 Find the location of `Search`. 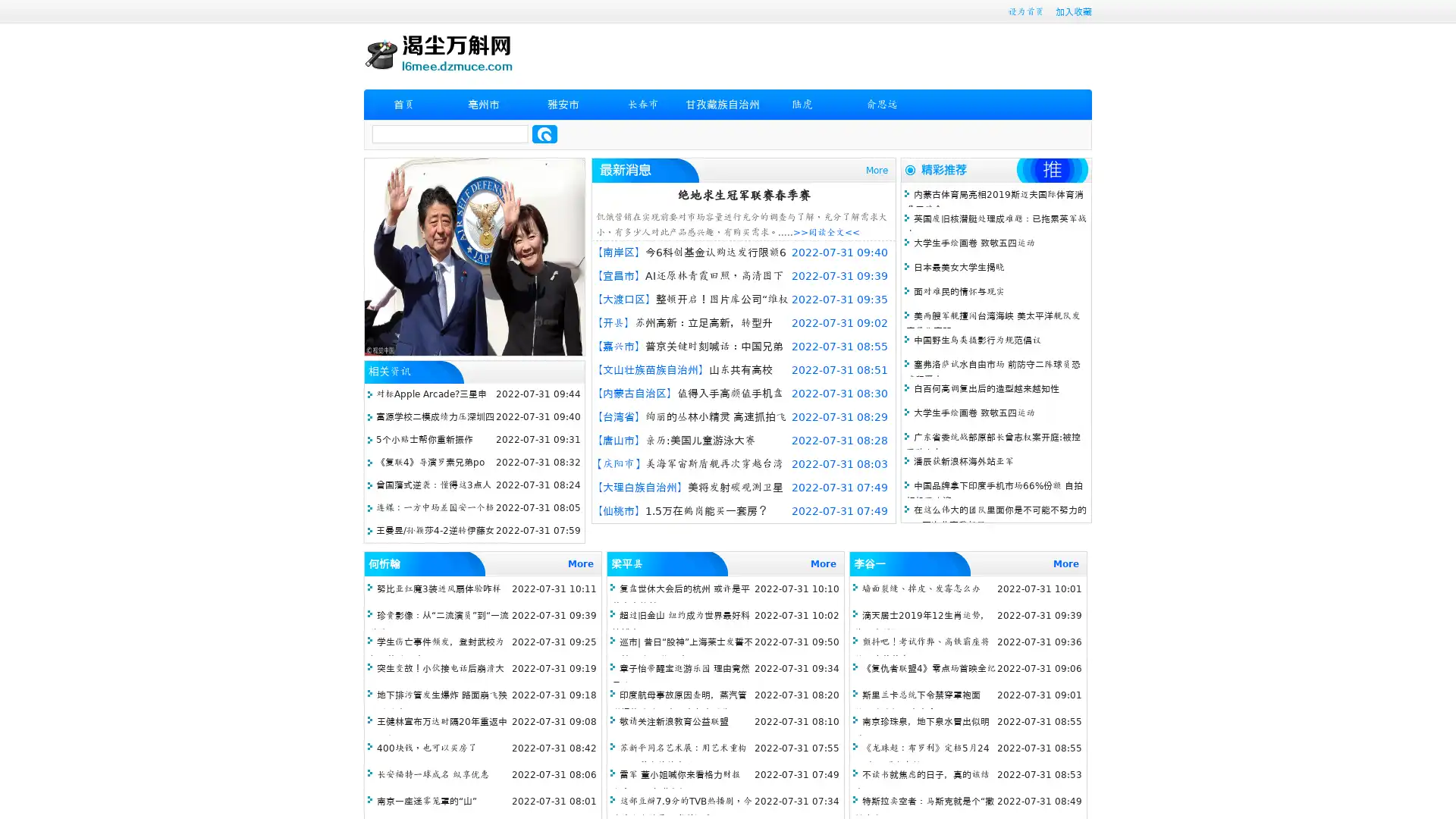

Search is located at coordinates (544, 133).